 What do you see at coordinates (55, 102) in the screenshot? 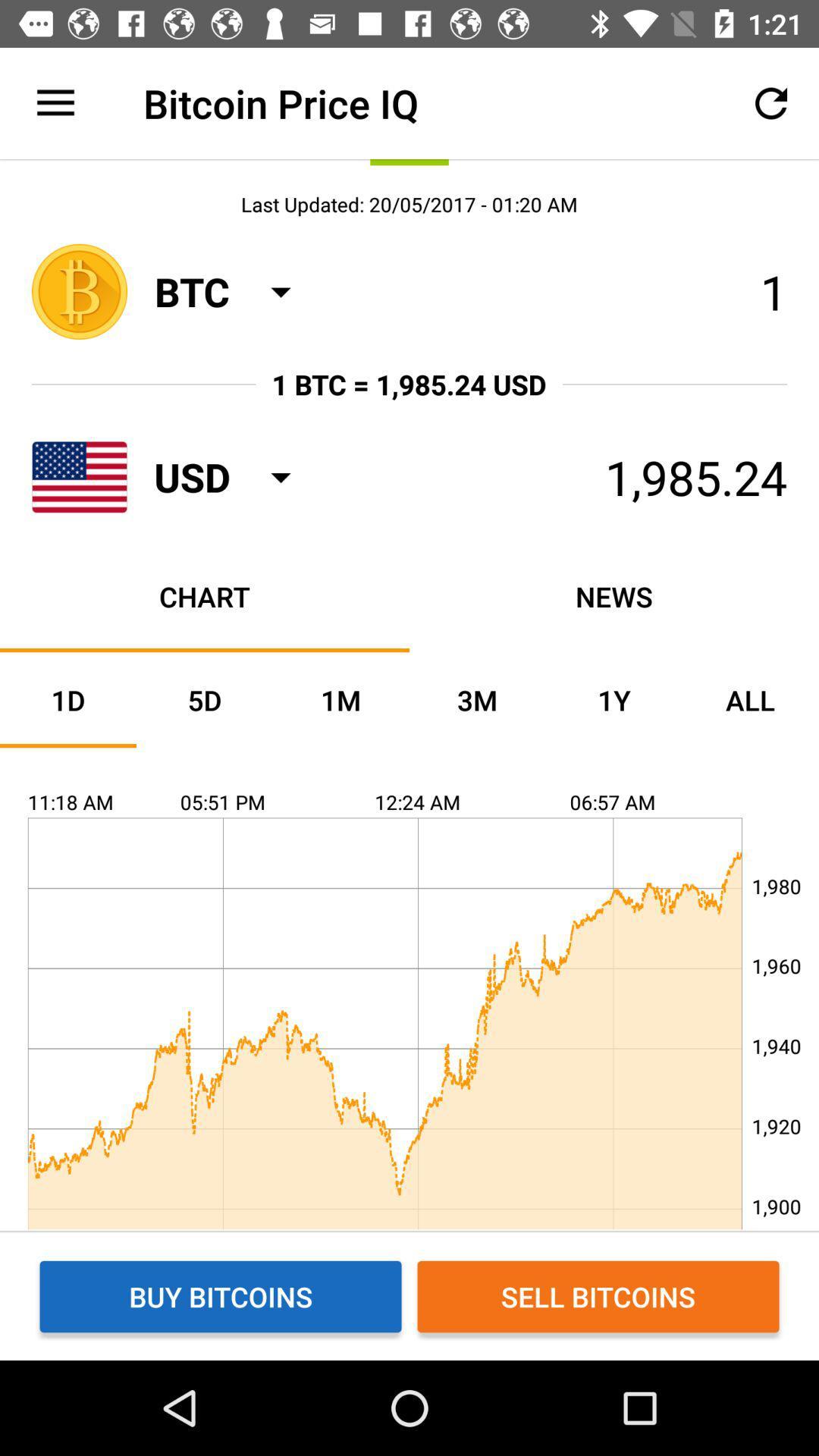
I see `the item to the left of the bitcoin price iq` at bounding box center [55, 102].